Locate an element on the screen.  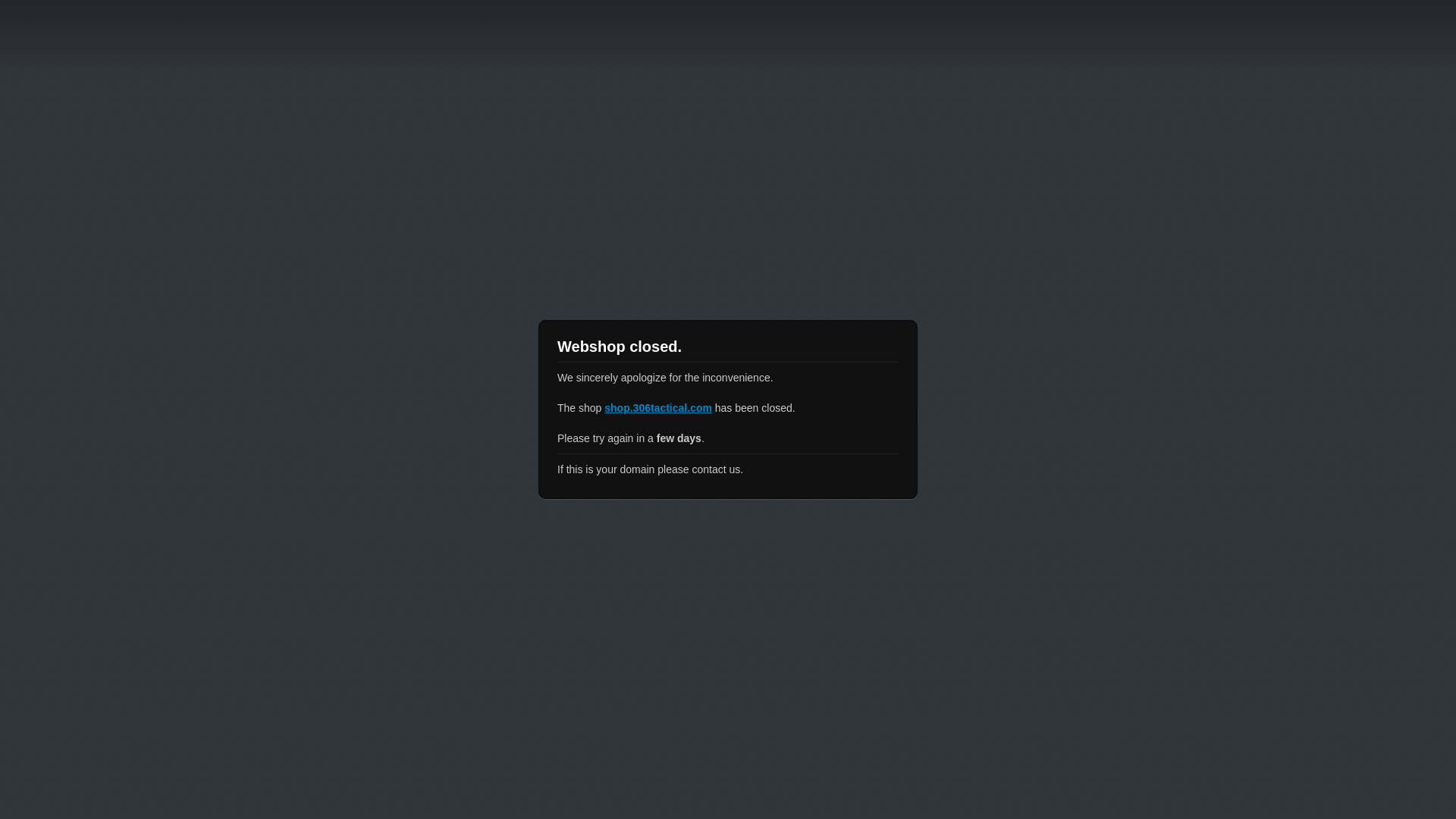
'shop.306tactical.com' is located at coordinates (658, 406).